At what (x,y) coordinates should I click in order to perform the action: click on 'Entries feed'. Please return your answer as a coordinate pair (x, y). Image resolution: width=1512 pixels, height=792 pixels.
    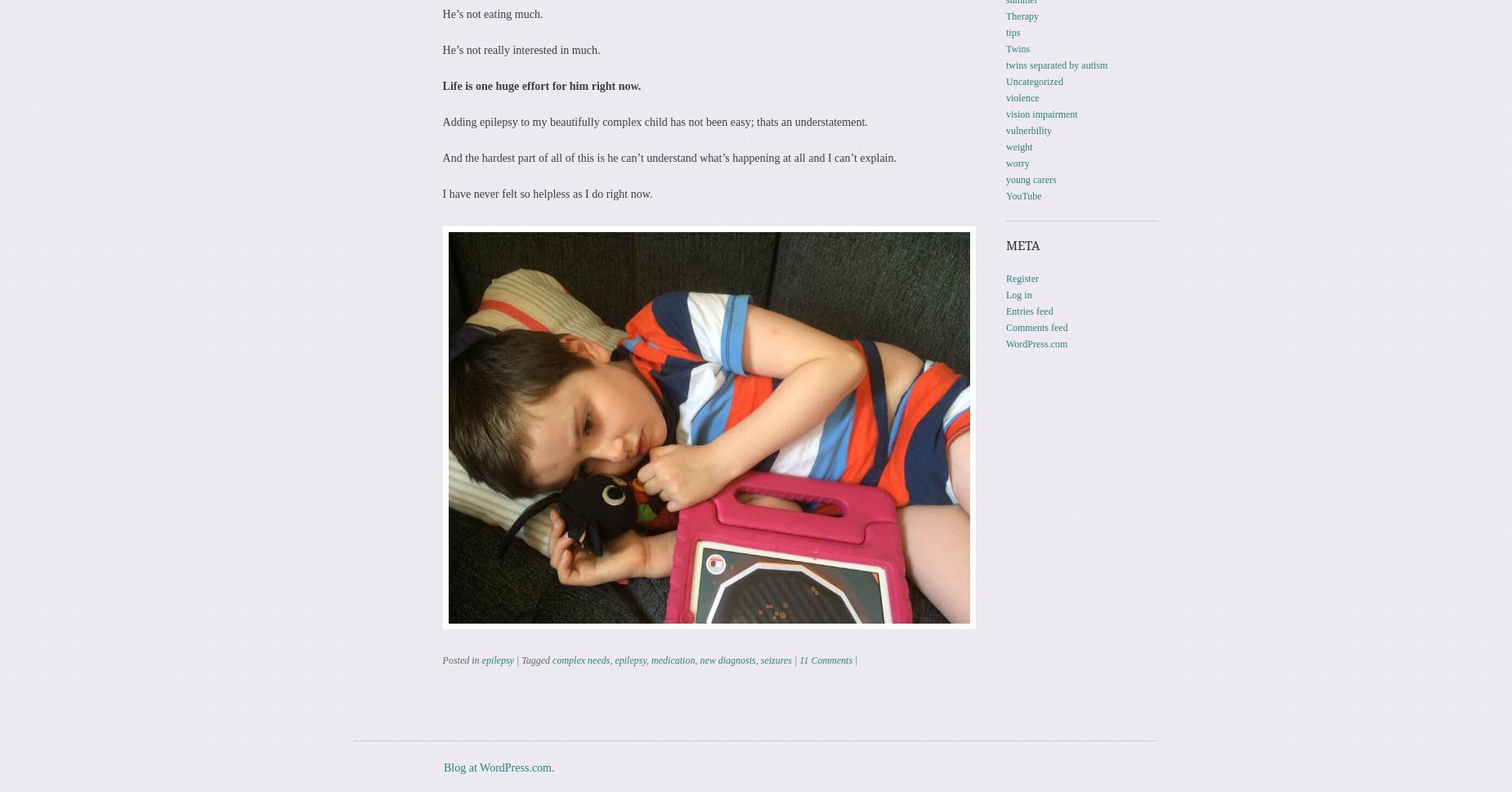
    Looking at the image, I should click on (1028, 311).